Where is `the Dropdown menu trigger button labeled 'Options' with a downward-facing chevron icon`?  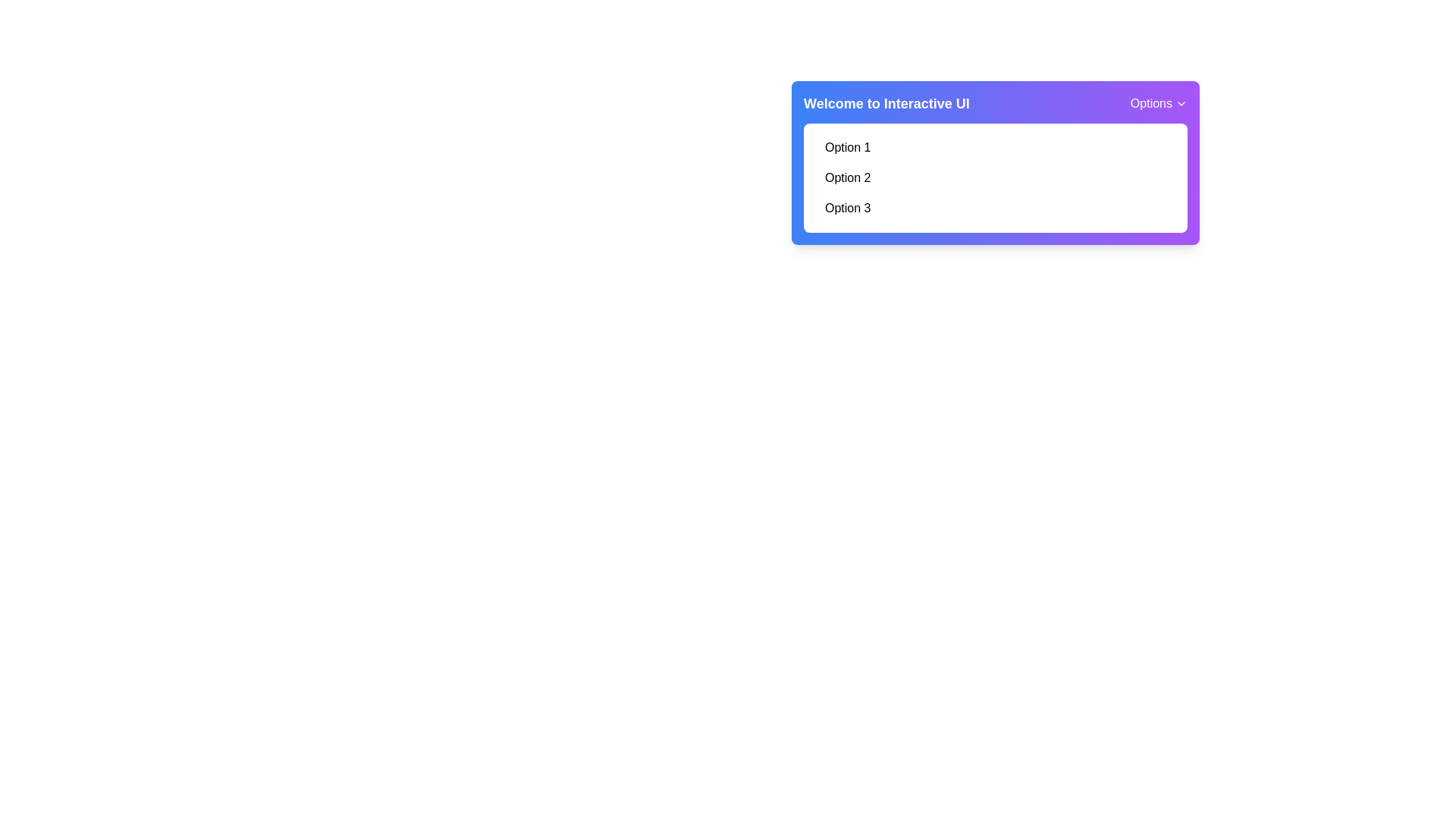 the Dropdown menu trigger button labeled 'Options' with a downward-facing chevron icon is located at coordinates (1158, 103).